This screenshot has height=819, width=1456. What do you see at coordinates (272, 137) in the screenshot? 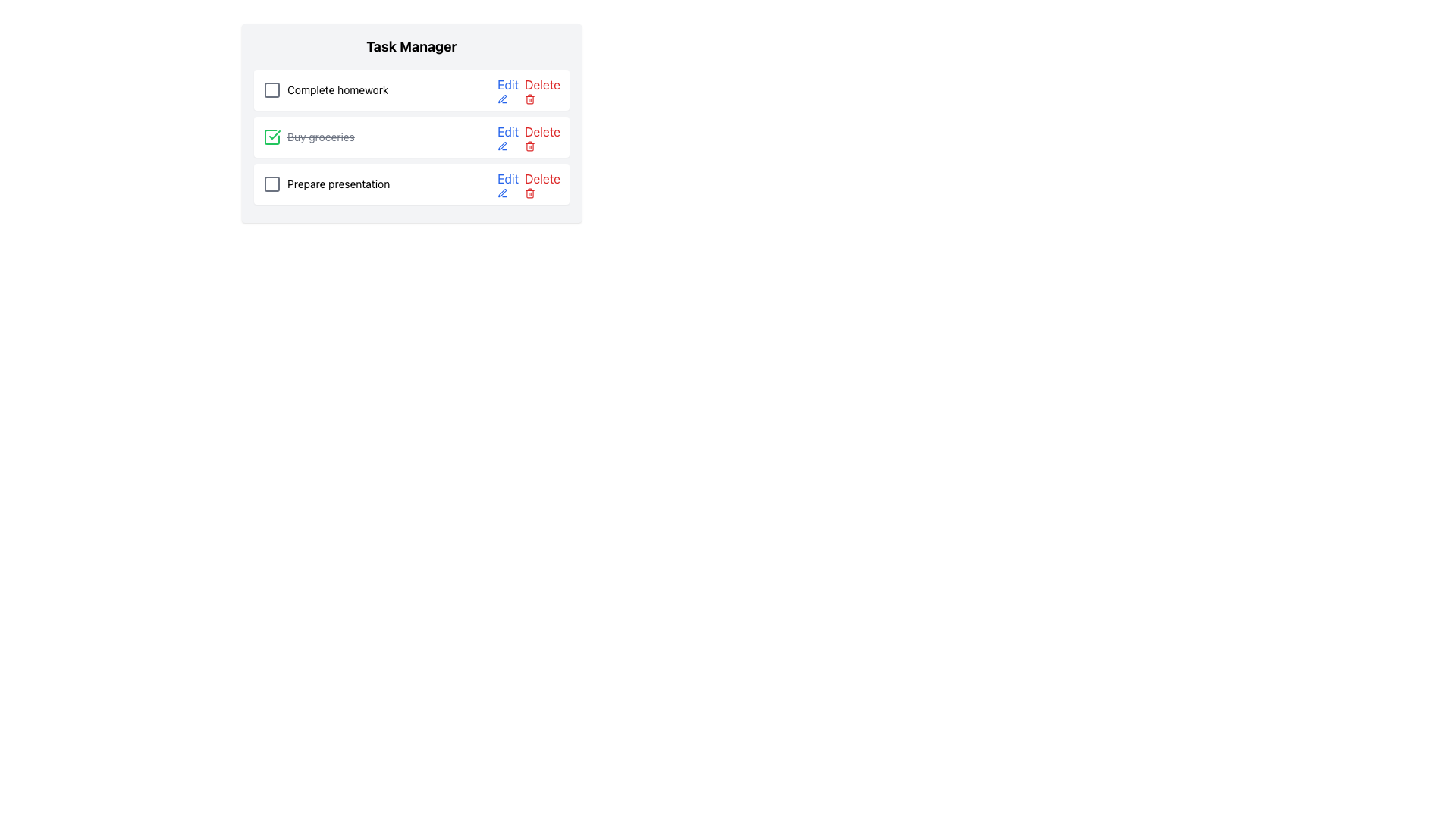
I see `the checkbox for the 'Buy groceries' task` at bounding box center [272, 137].